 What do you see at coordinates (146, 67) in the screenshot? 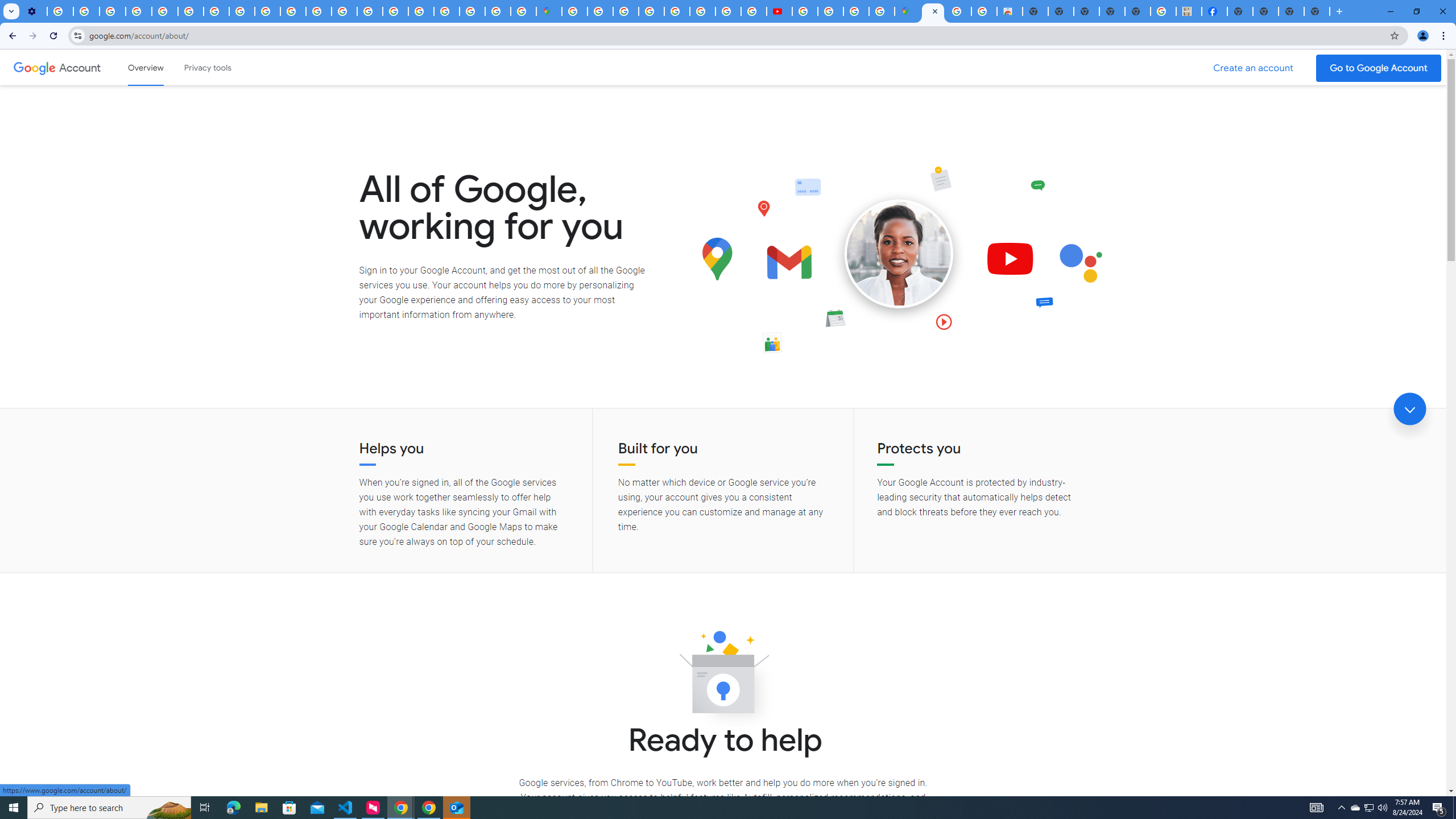
I see `'Google Account overview'` at bounding box center [146, 67].